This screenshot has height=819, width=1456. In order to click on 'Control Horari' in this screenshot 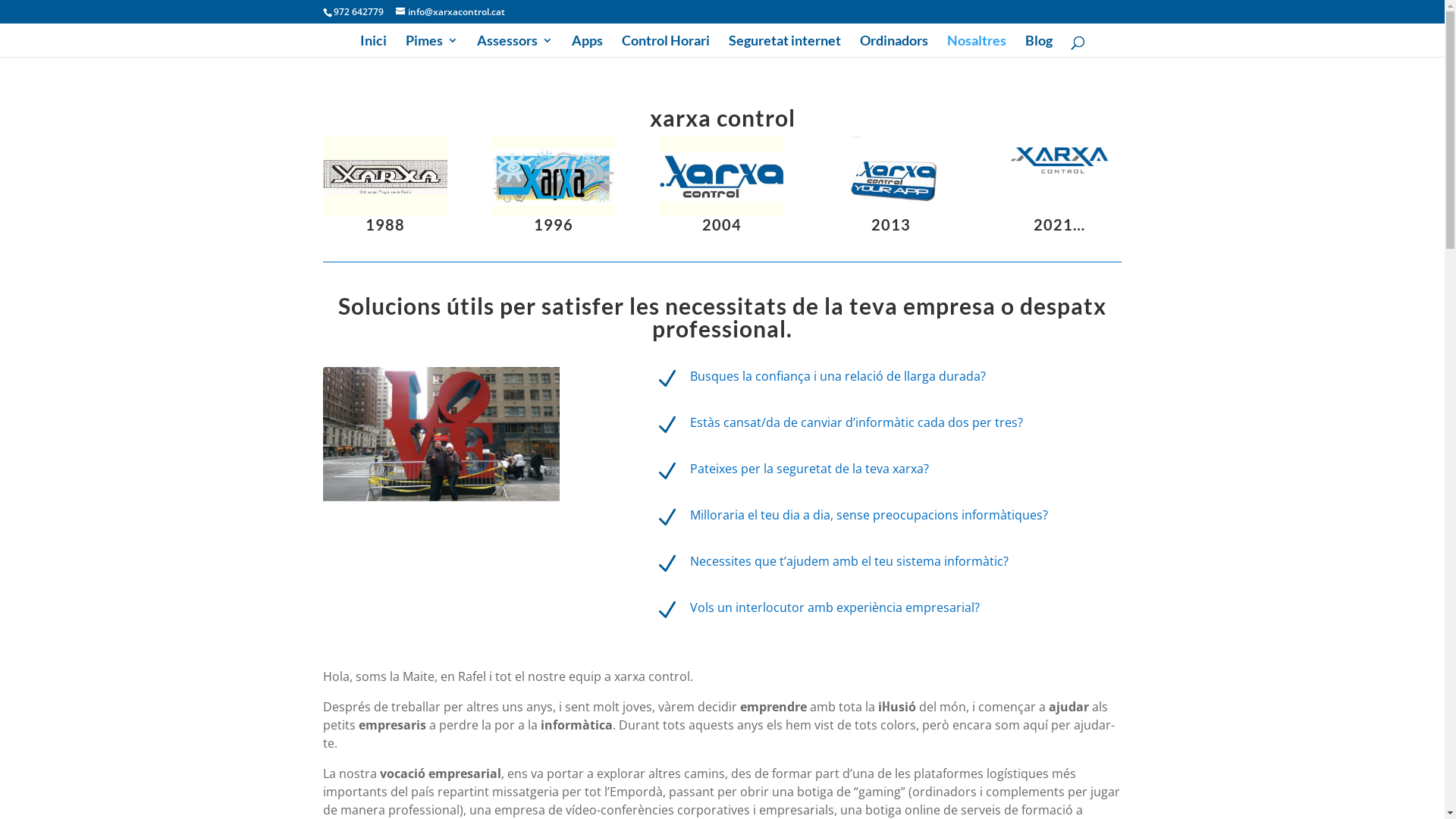, I will do `click(666, 45)`.